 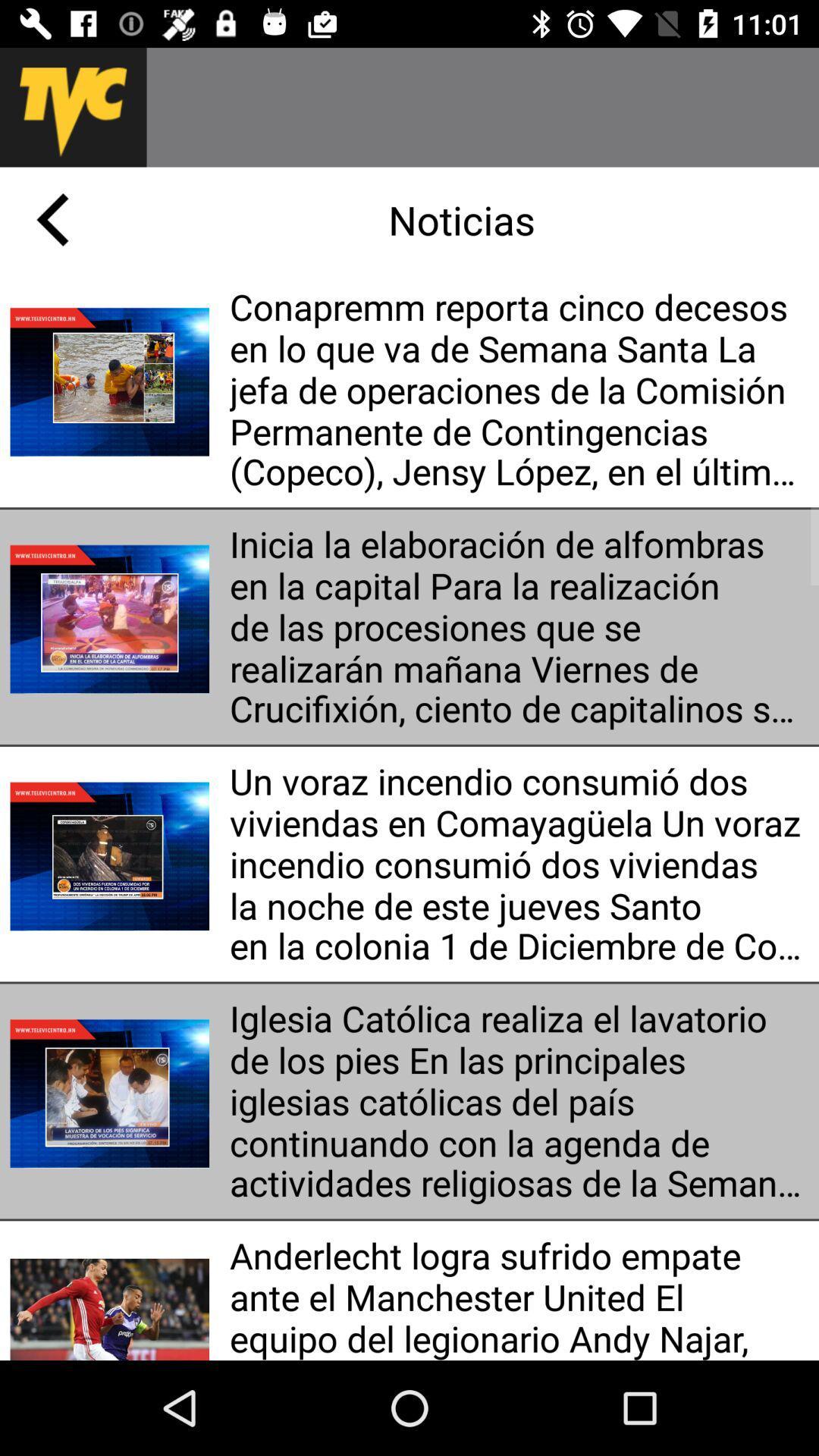 I want to click on the item below the noticias, so click(x=518, y=390).